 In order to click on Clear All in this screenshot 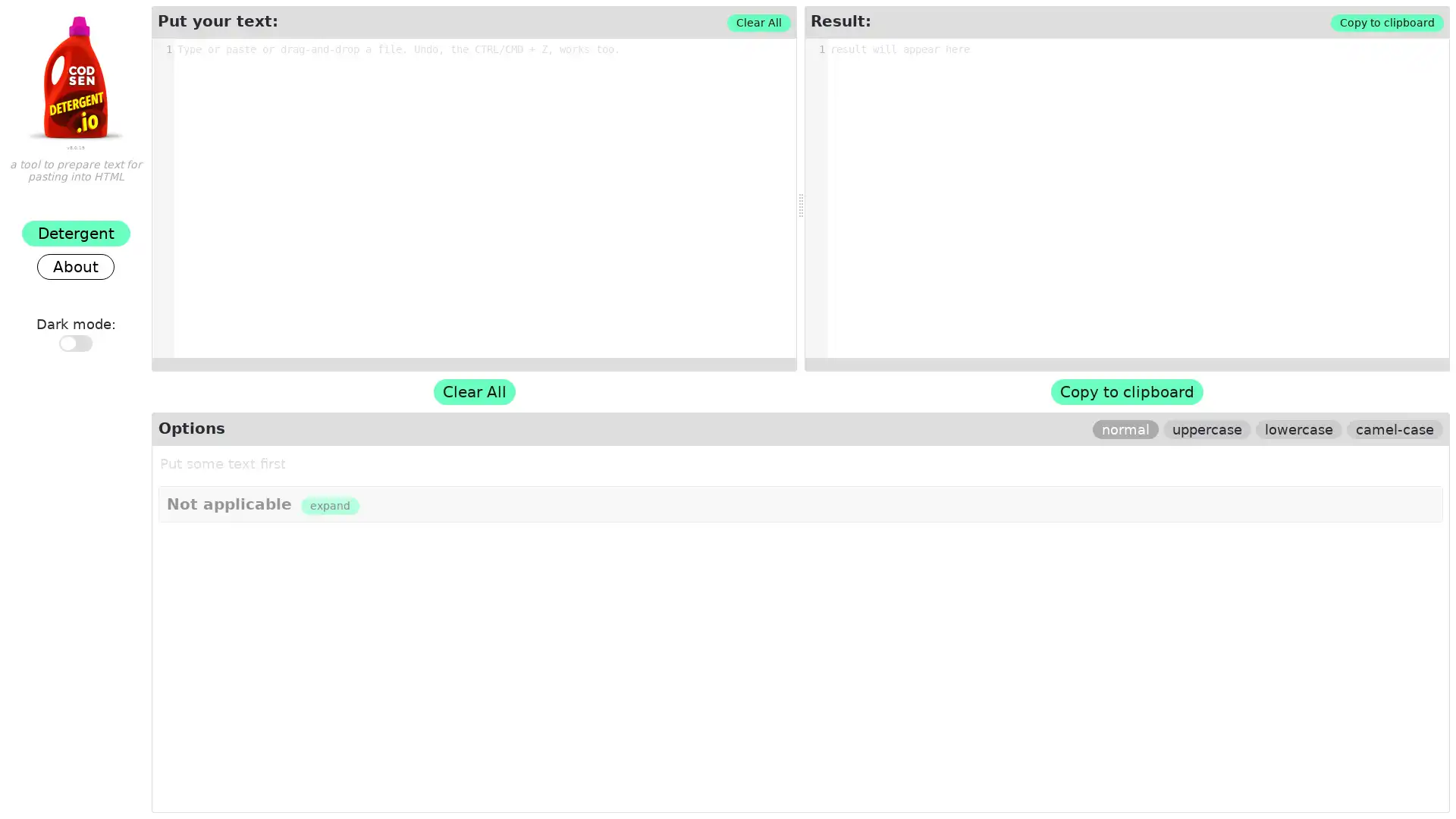, I will do `click(472, 391)`.